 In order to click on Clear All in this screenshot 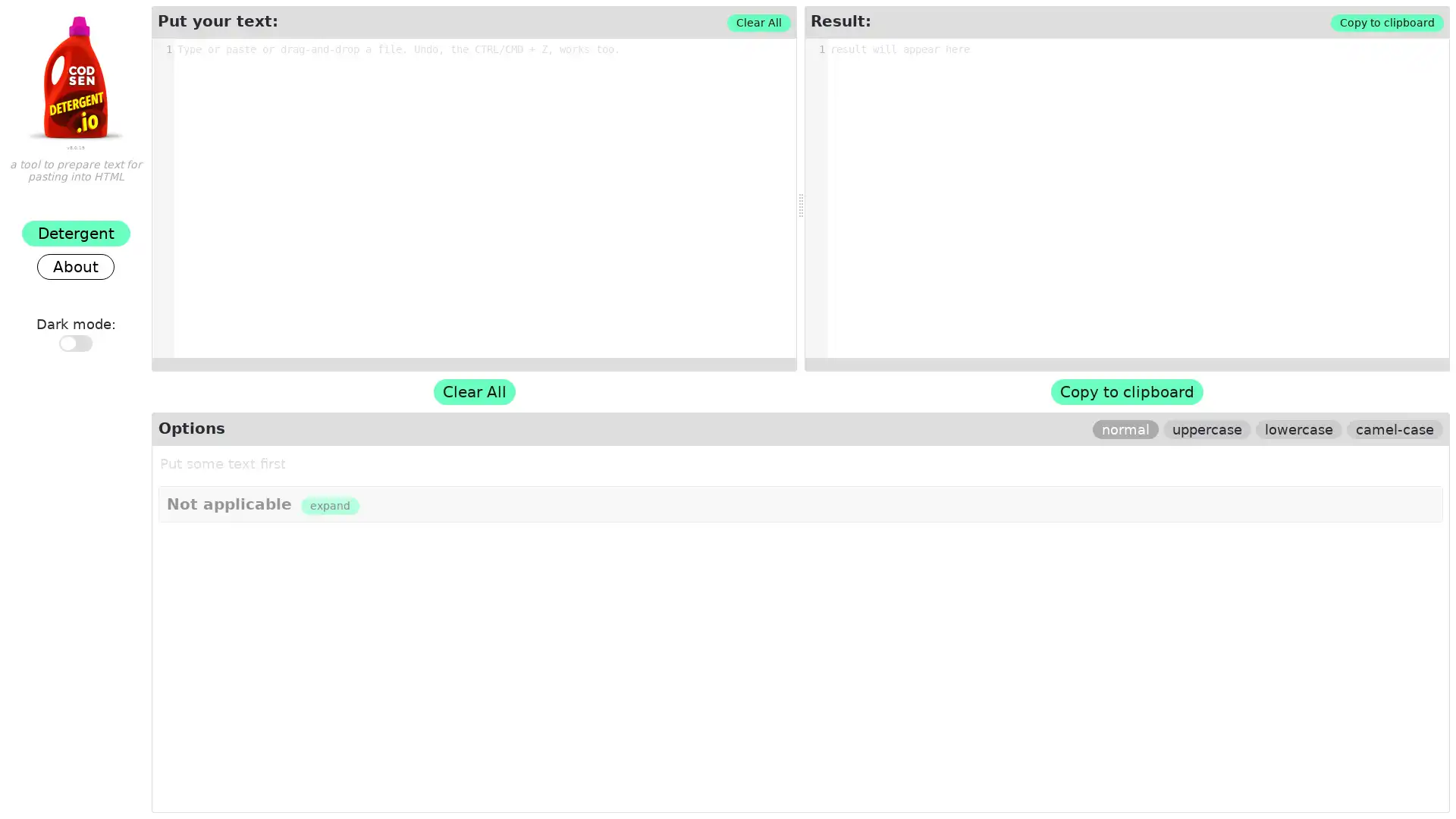, I will do `click(472, 391)`.